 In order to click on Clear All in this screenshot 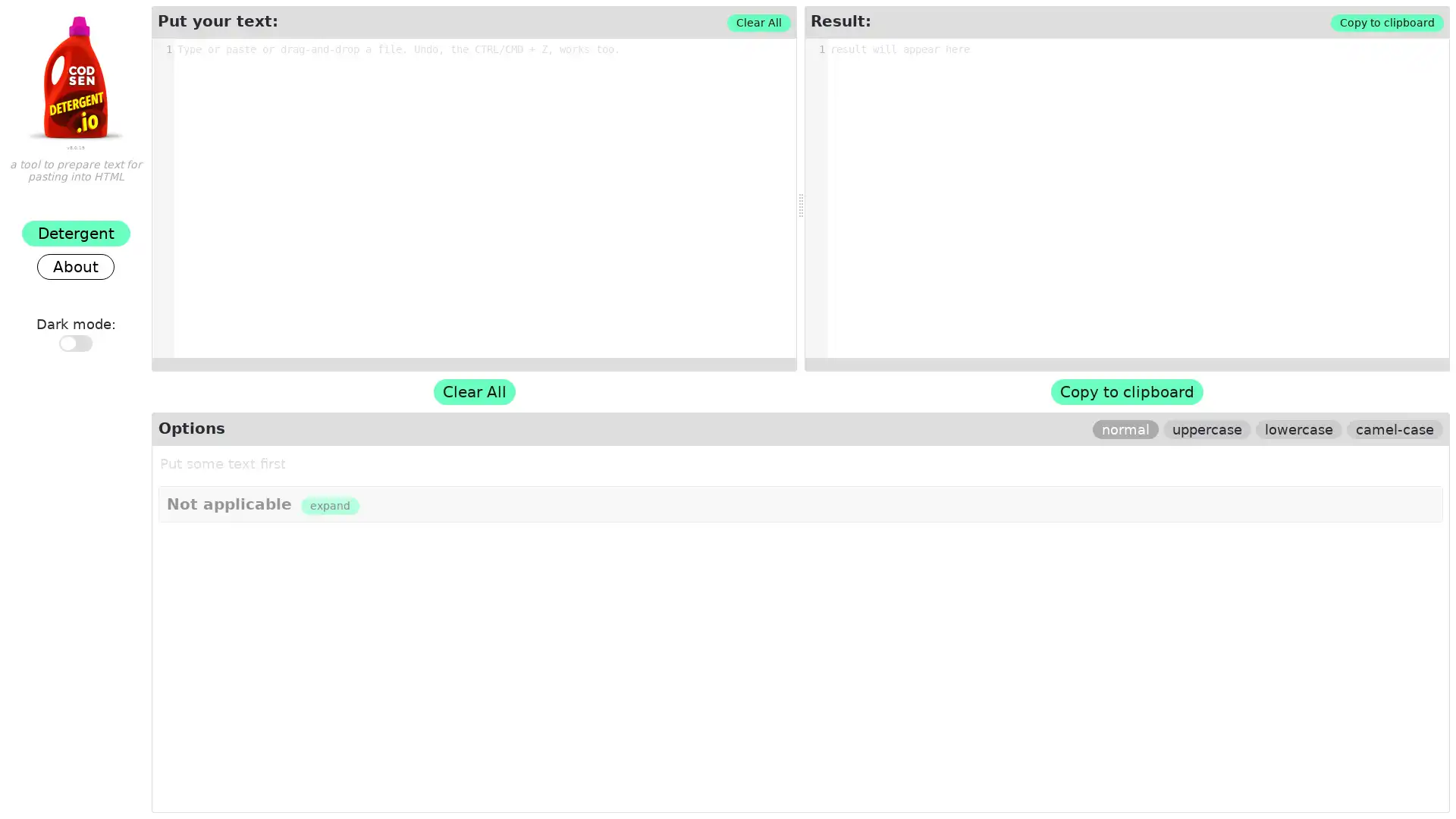, I will do `click(472, 391)`.